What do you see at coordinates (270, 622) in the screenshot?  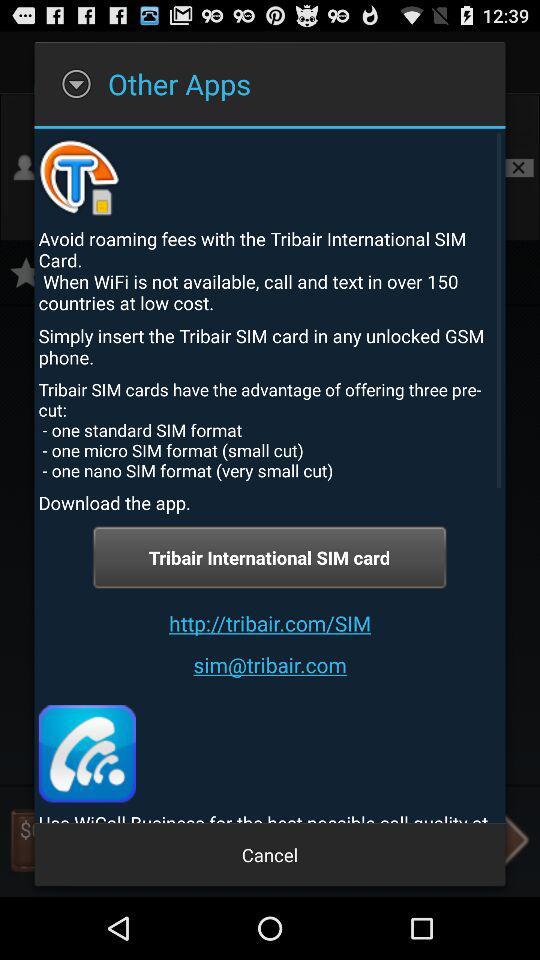 I see `item below the tribair international sim button` at bounding box center [270, 622].